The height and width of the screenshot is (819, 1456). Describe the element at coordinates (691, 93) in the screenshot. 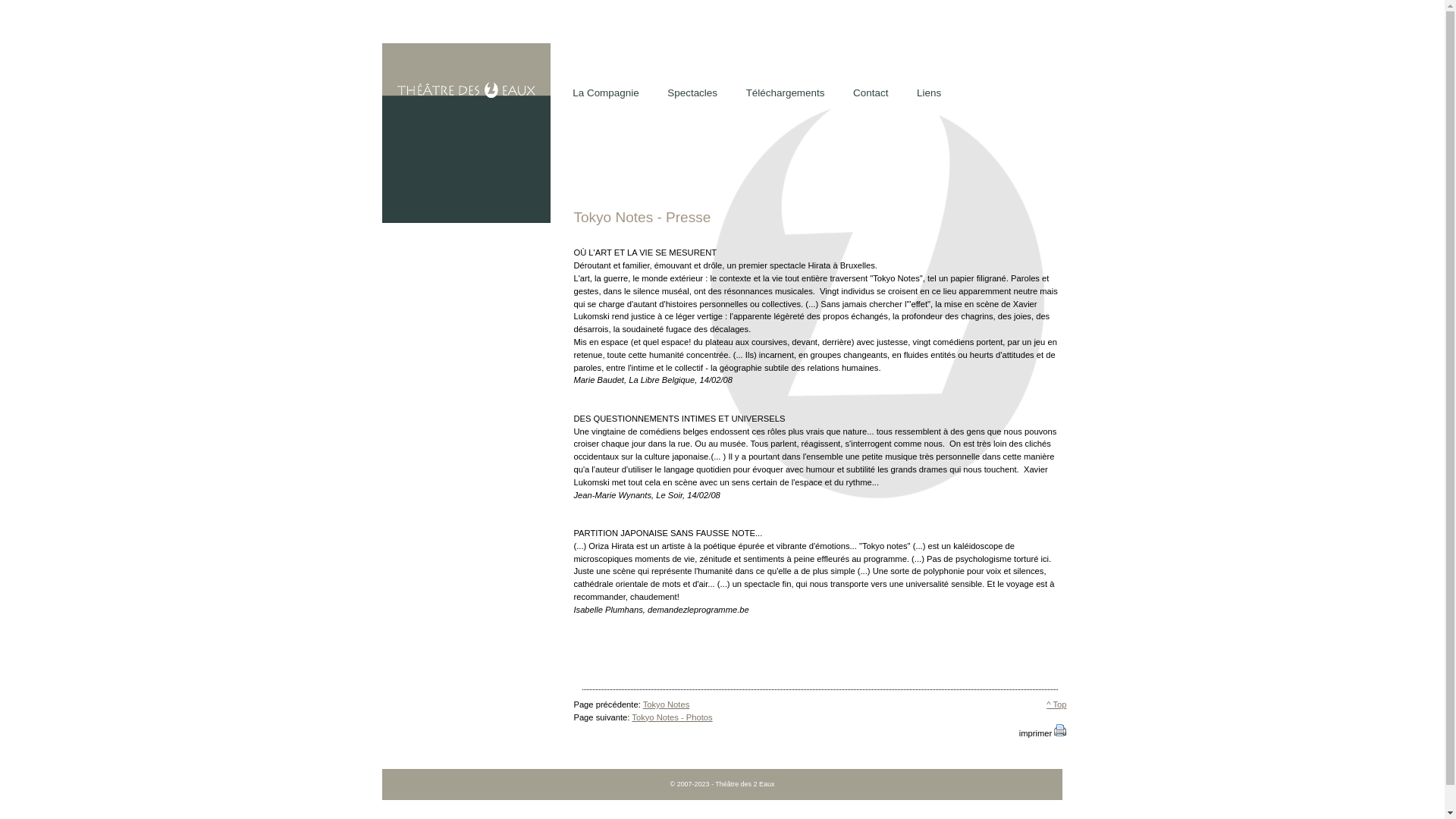

I see `'Spectacles'` at that location.